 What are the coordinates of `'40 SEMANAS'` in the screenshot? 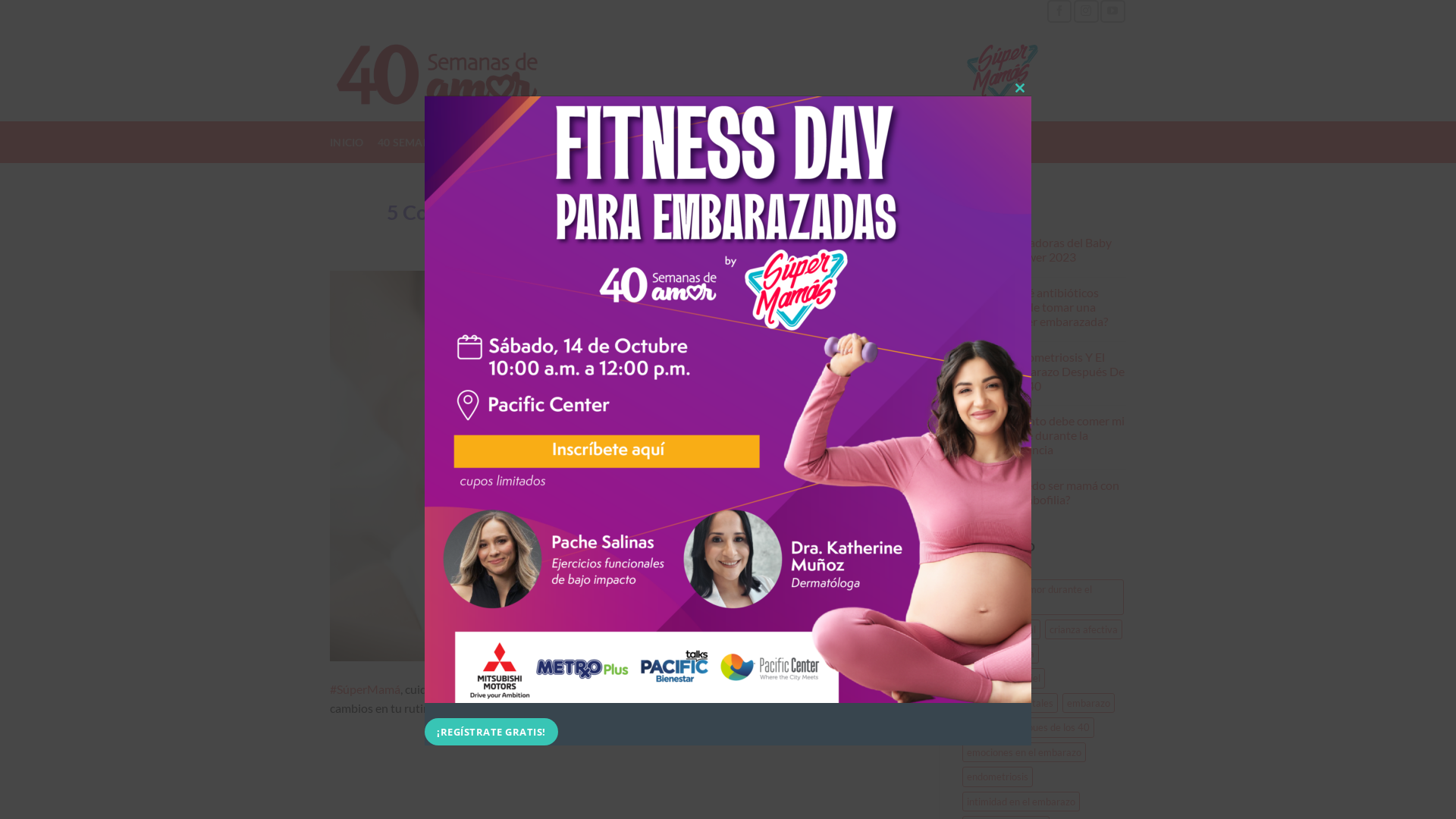 It's located at (411, 143).